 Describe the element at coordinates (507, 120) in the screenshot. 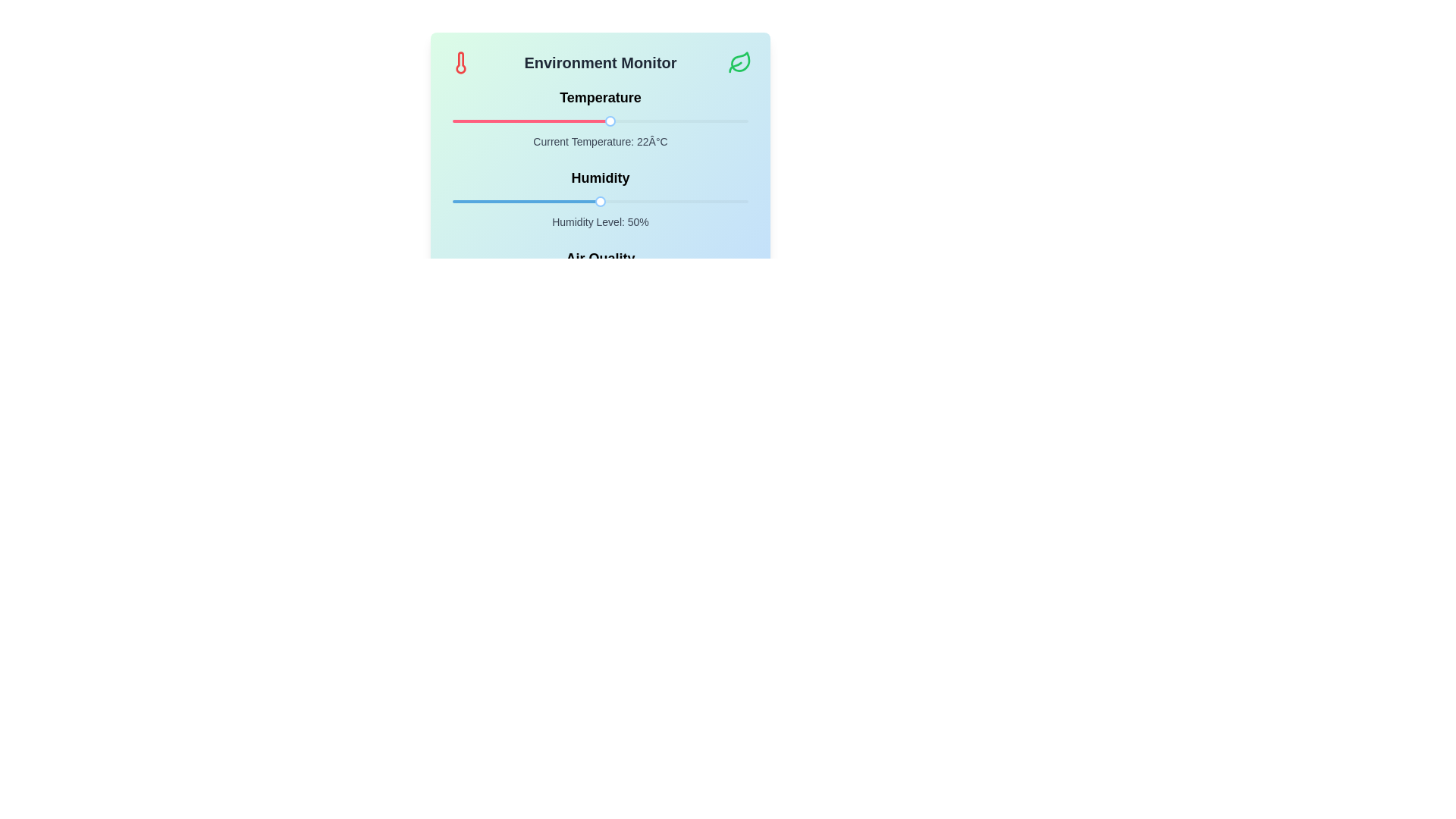

I see `the temperature` at that location.